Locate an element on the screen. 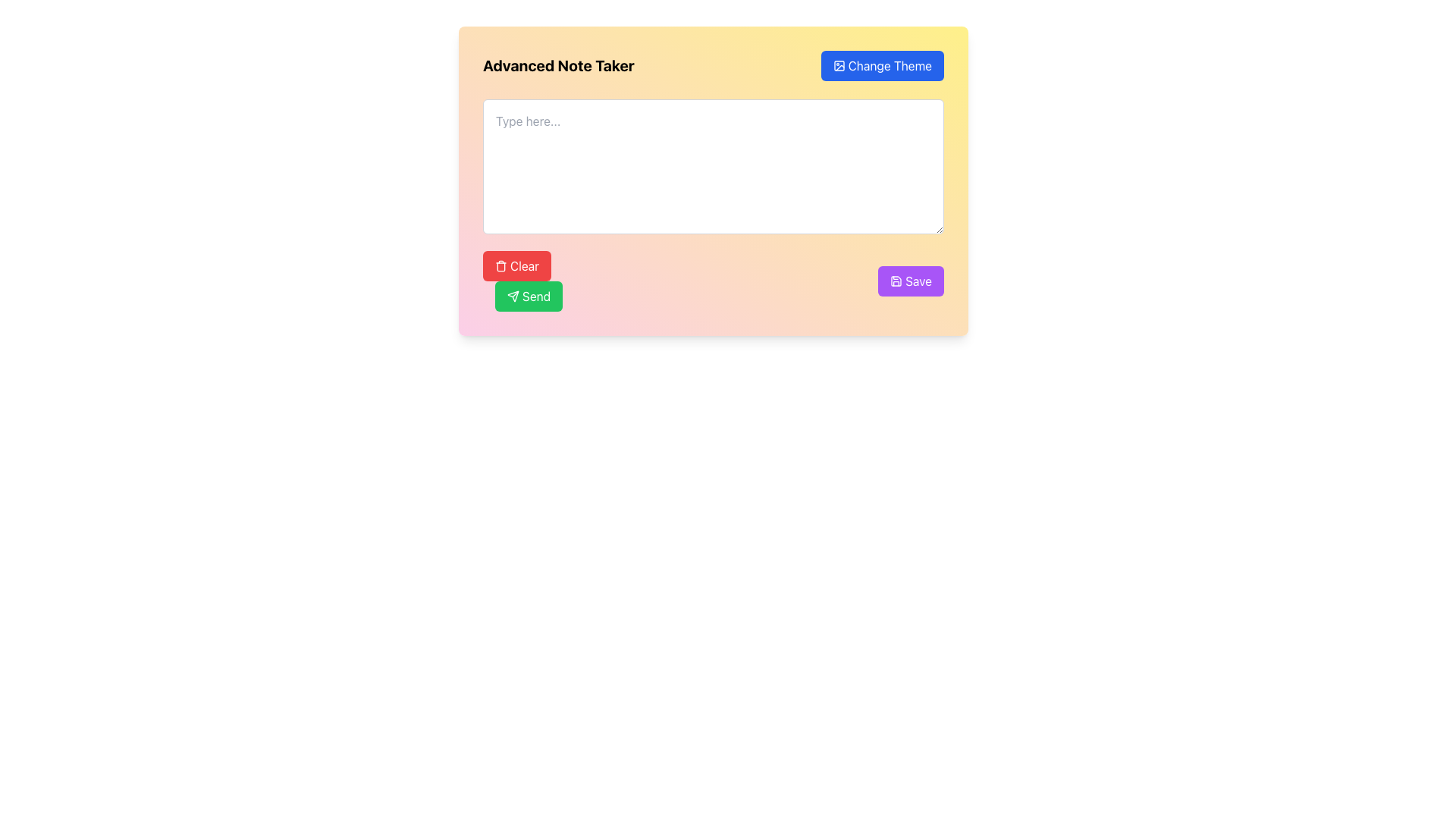  the green 'Send' button featuring a paper plane icon is located at coordinates (529, 296).